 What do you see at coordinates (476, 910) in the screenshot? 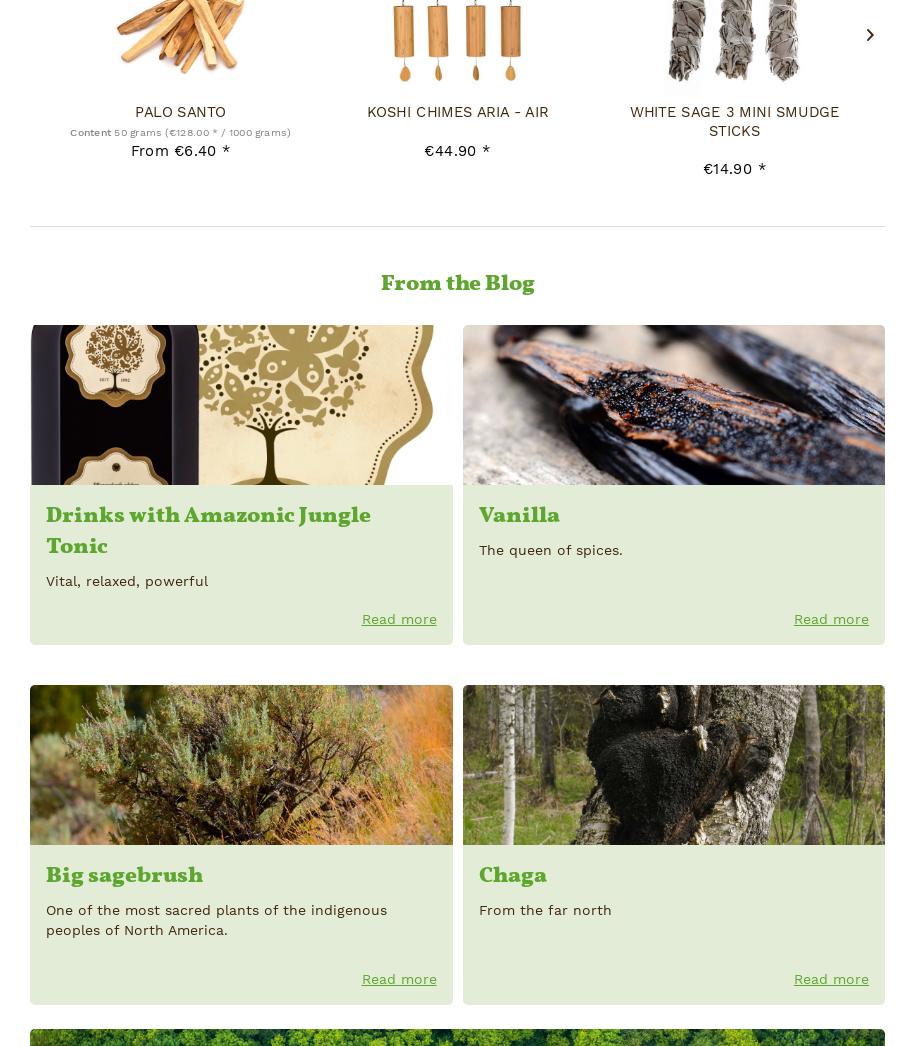
I see `'From the far north'` at bounding box center [476, 910].